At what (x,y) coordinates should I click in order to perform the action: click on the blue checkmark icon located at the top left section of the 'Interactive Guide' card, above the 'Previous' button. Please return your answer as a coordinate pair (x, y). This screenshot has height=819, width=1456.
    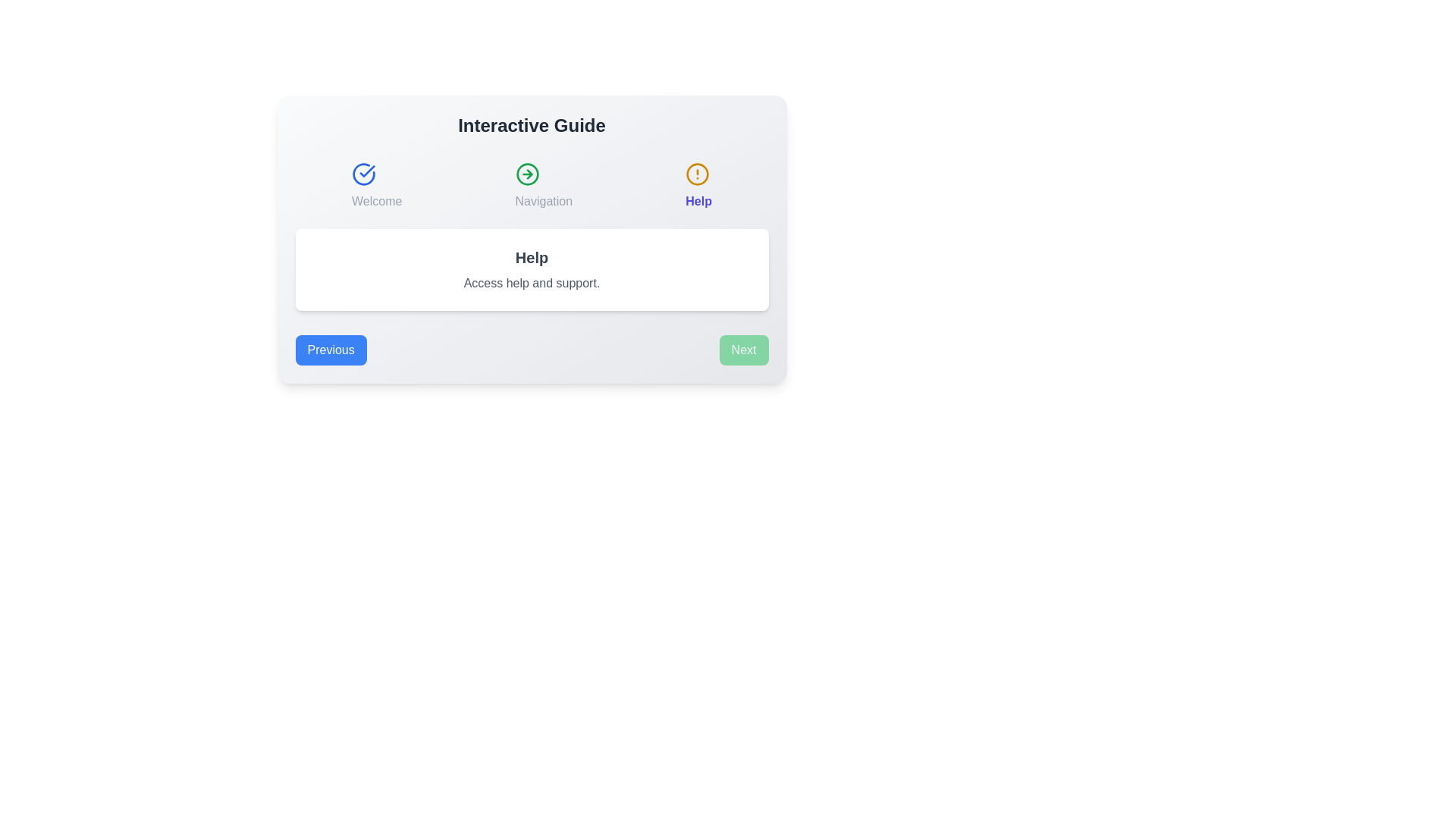
    Looking at the image, I should click on (367, 171).